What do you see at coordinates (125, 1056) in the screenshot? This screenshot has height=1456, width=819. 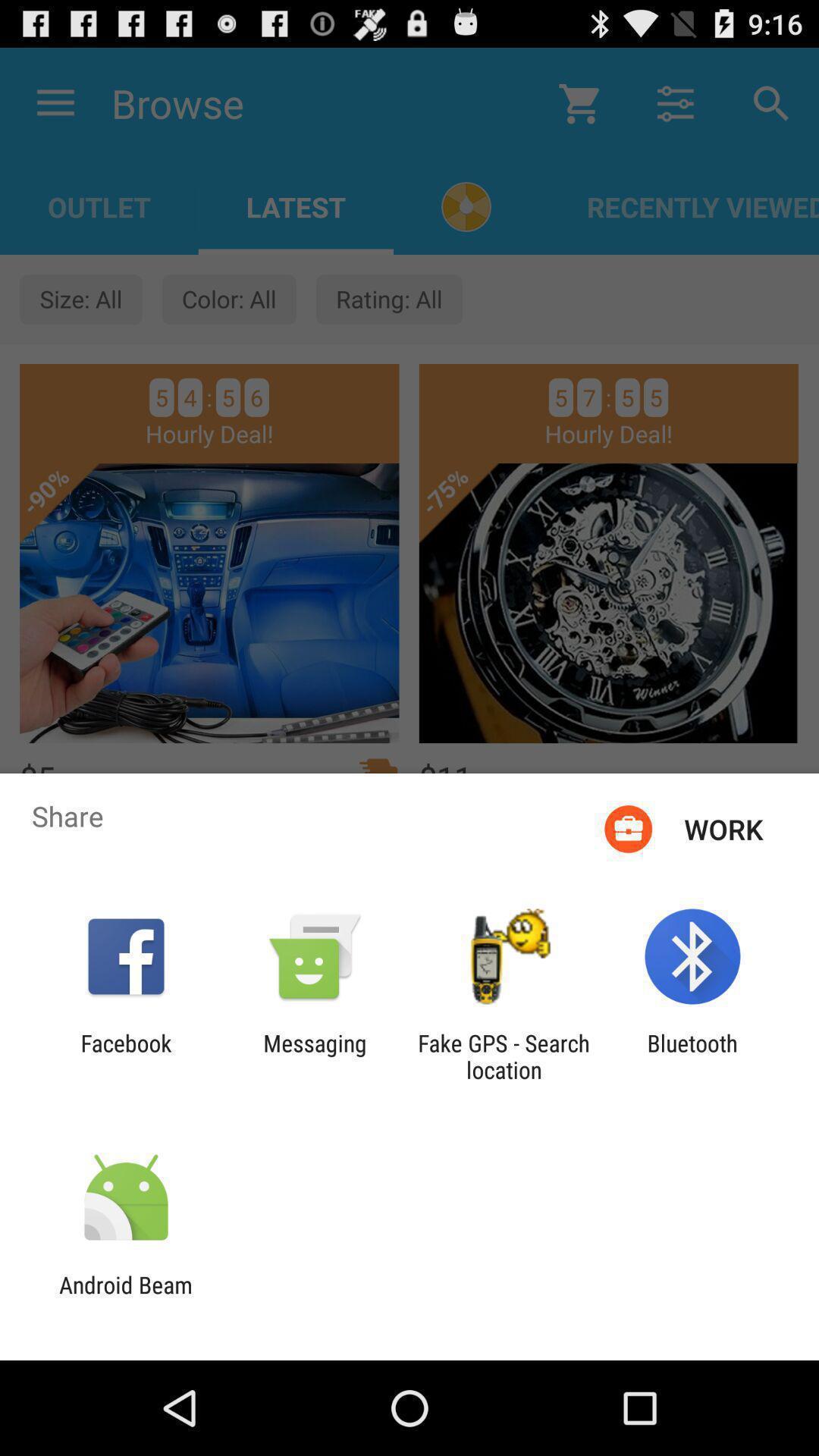 I see `the facebook app` at bounding box center [125, 1056].